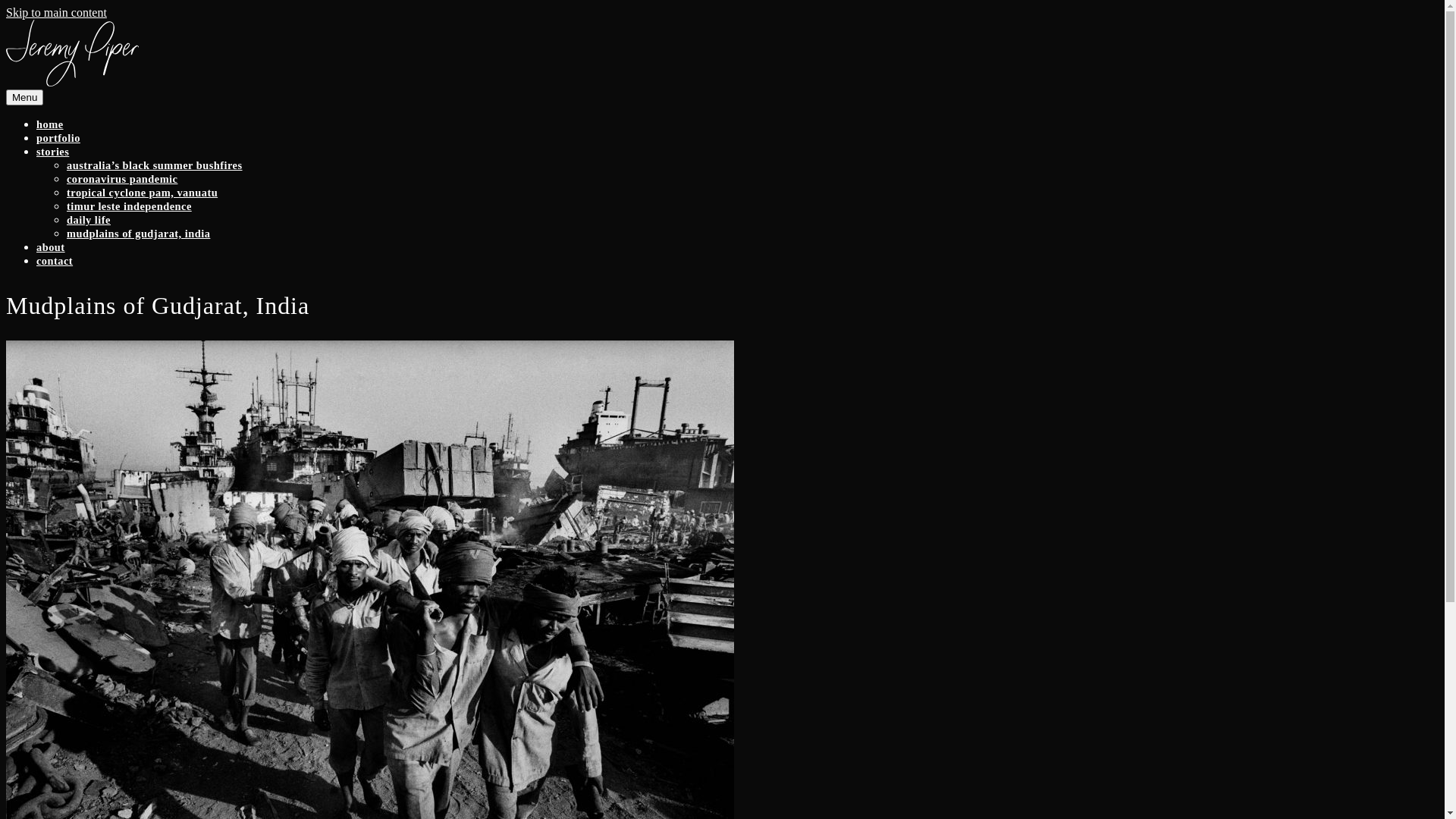 This screenshot has width=1456, height=819. Describe the element at coordinates (24, 97) in the screenshot. I see `'Menu'` at that location.